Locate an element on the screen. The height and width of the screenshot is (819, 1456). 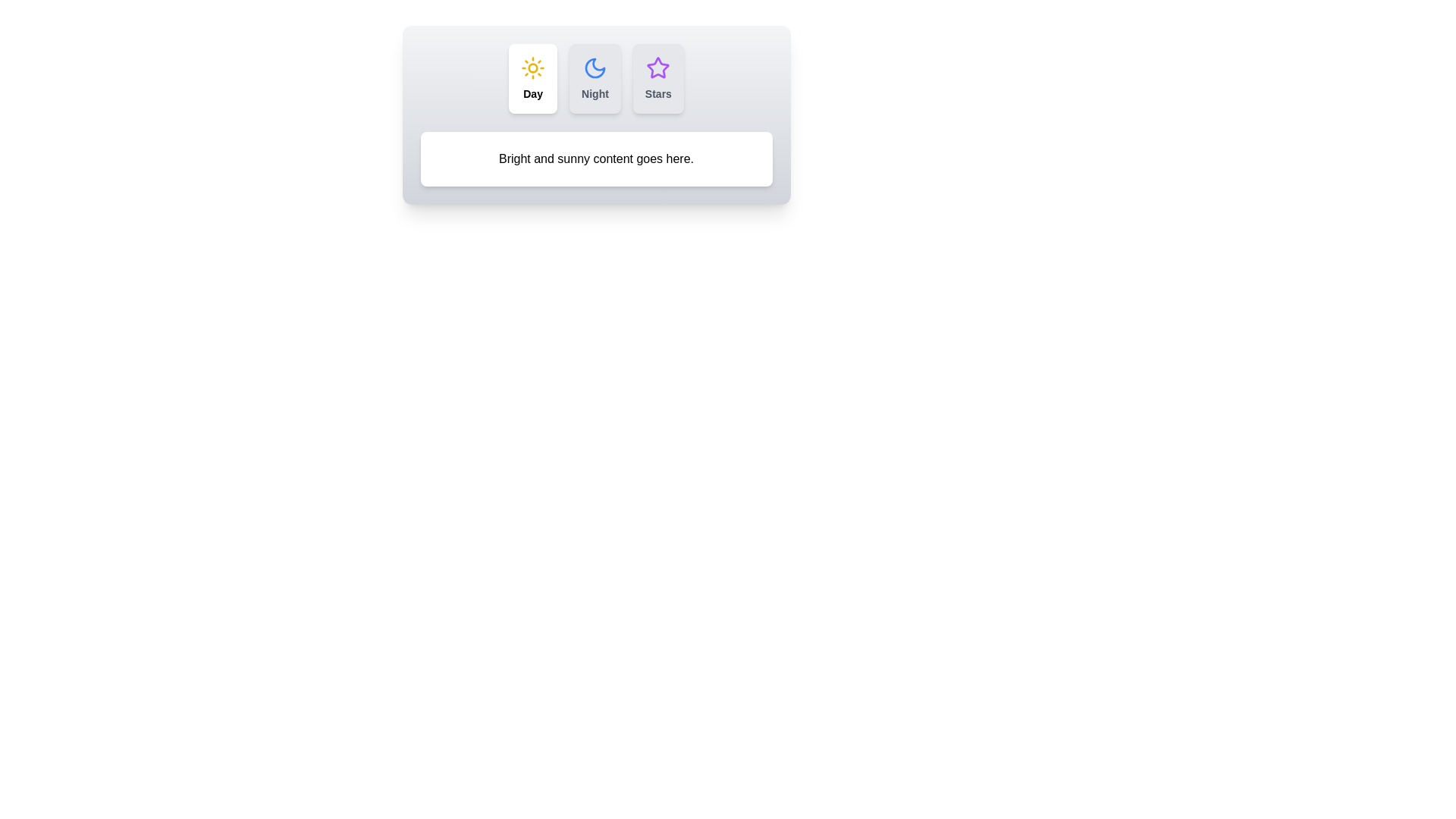
the tab labeled Night to switch its content is located at coordinates (594, 79).